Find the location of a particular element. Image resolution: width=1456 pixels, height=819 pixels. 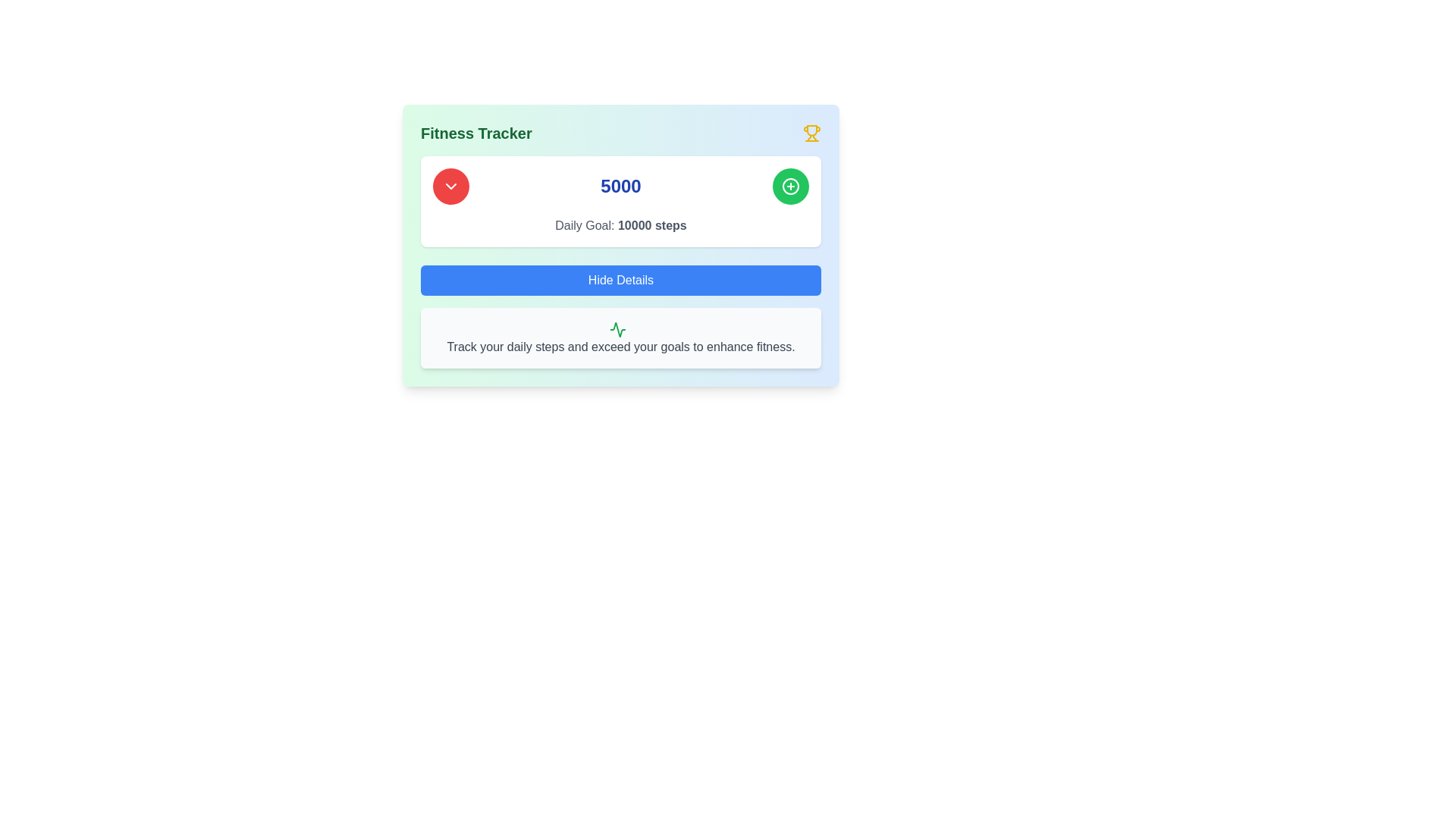

the static text element displaying the daily activity goal of '10000 steps', which is styled in bold and located centrally in the interface is located at coordinates (652, 225).